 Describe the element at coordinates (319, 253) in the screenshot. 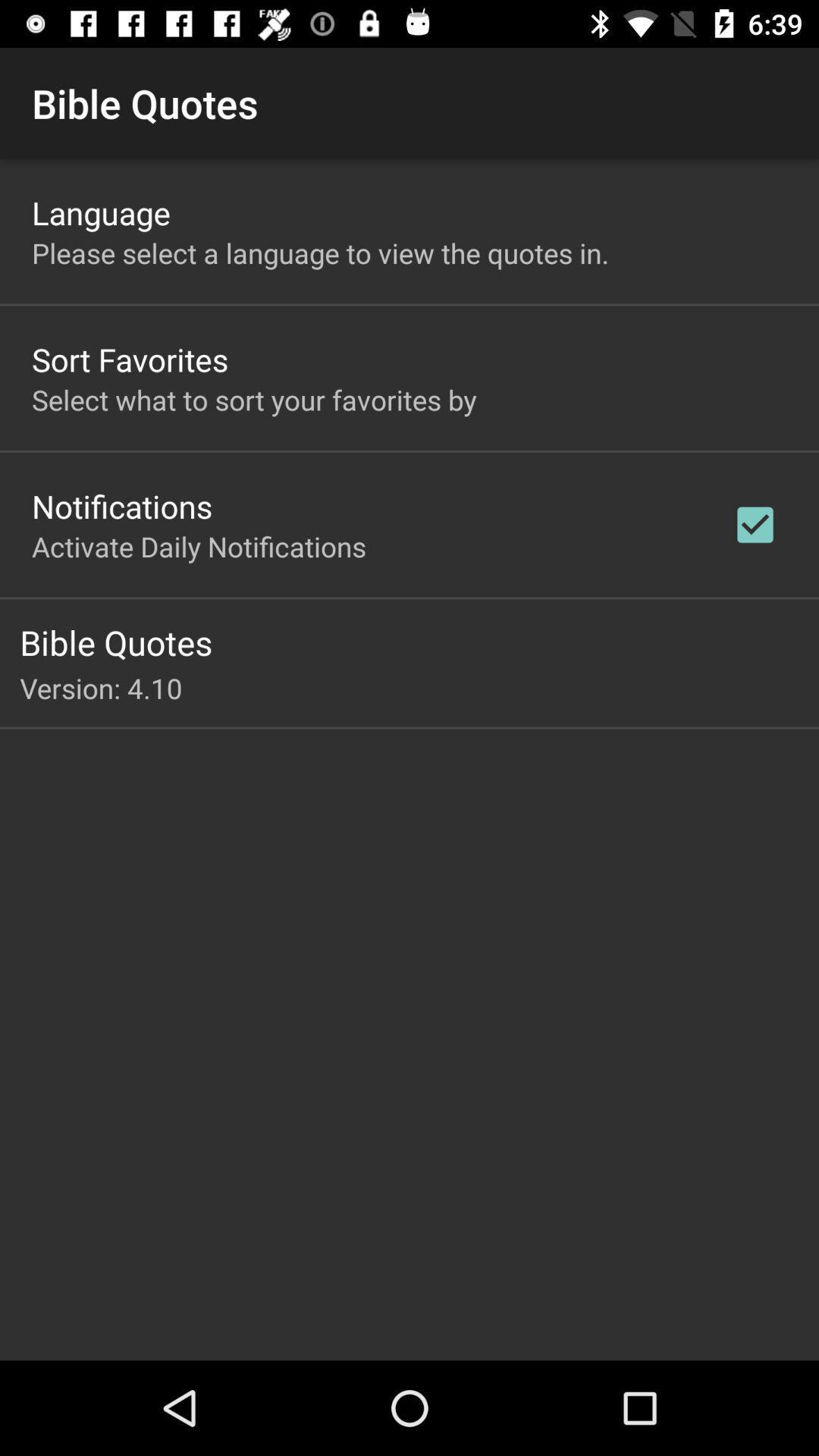

I see `the please select a` at that location.